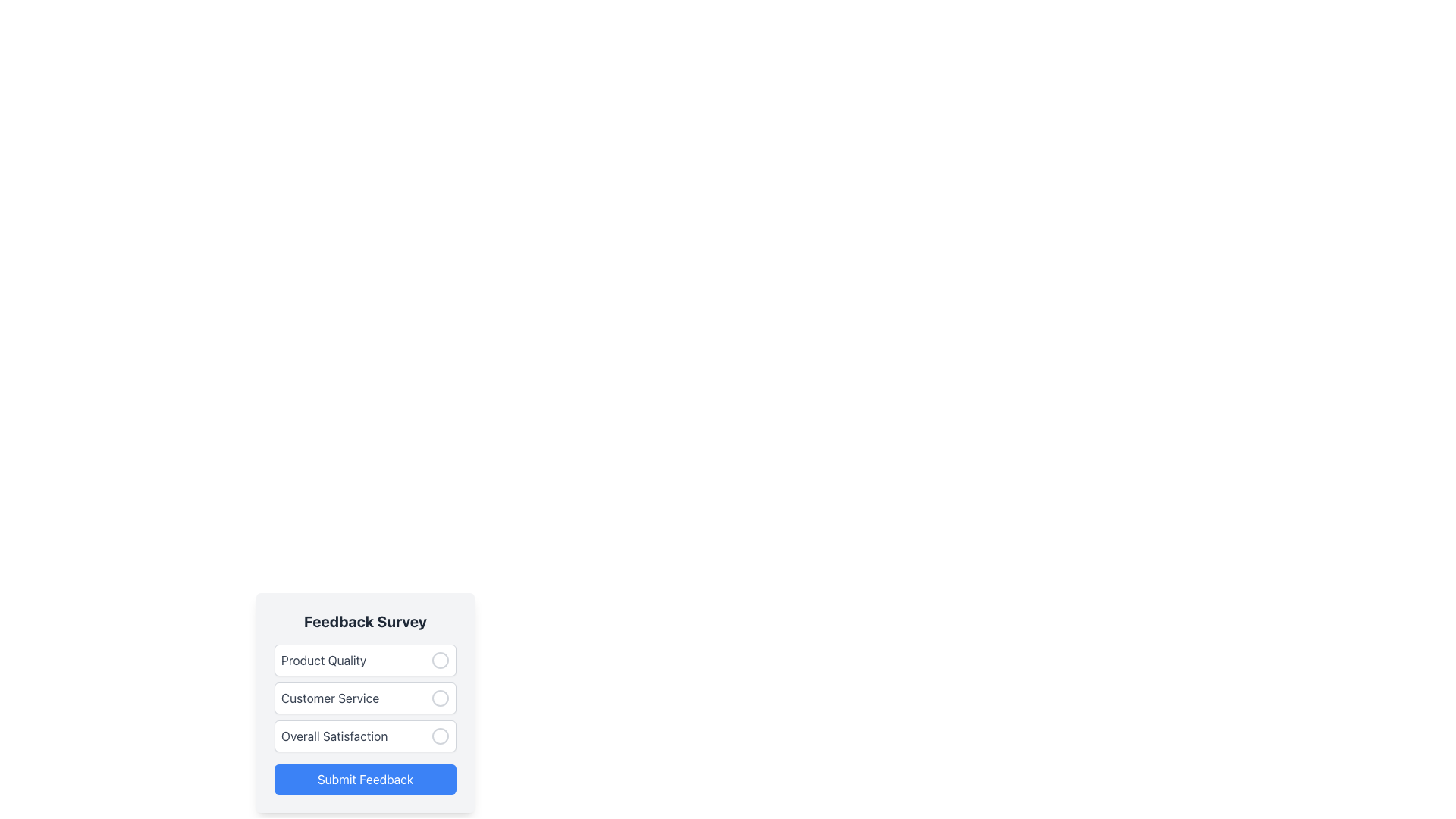  I want to click on the 'Product Quality' text label in the first row of survey options for the feedback form, so click(323, 660).